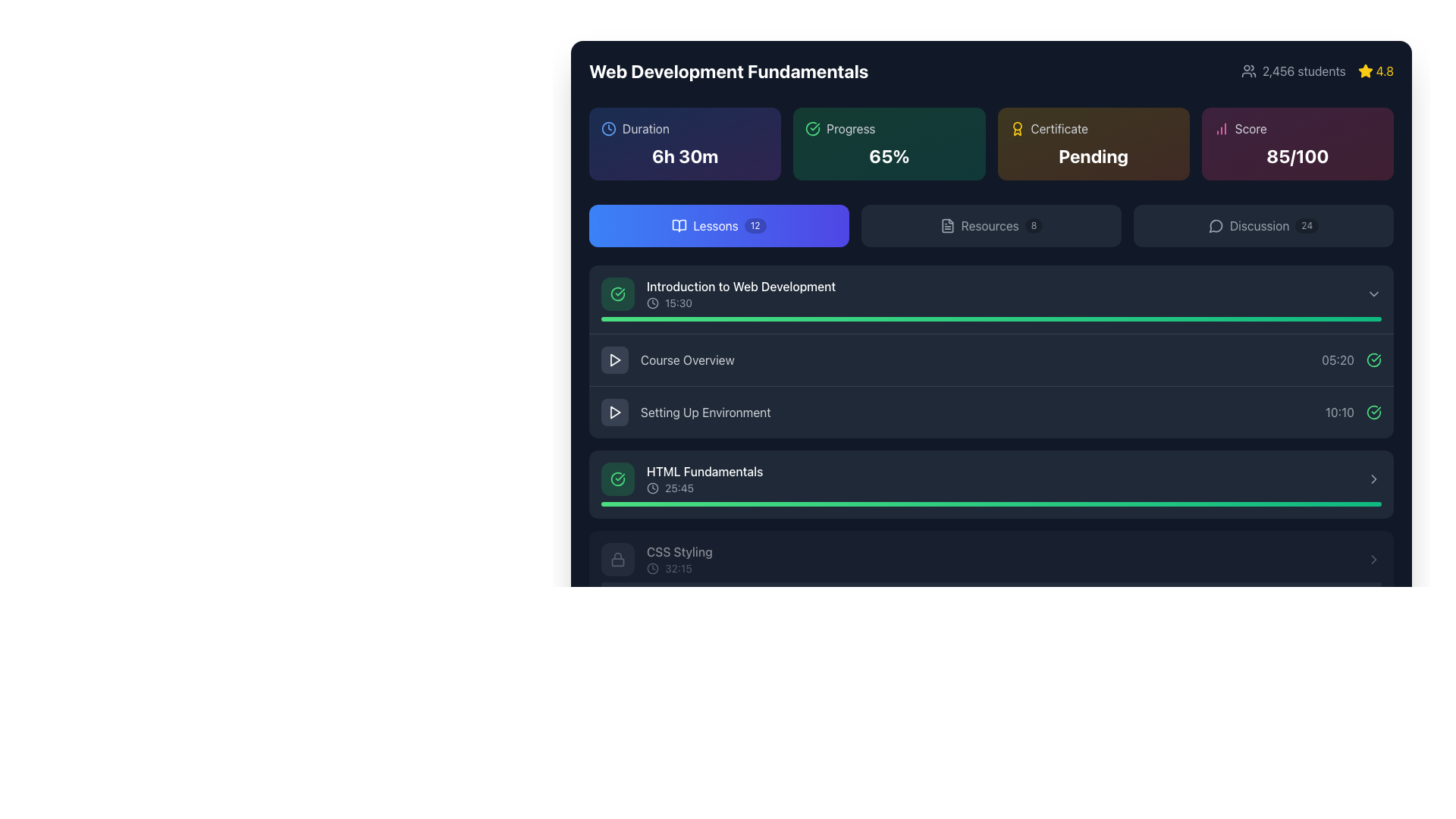  What do you see at coordinates (755, 225) in the screenshot?
I see `the small, rounded rectangular badge displaying the text '12' with a semi-transparent black background, located on the right-hand side of the 'Lessons' button` at bounding box center [755, 225].